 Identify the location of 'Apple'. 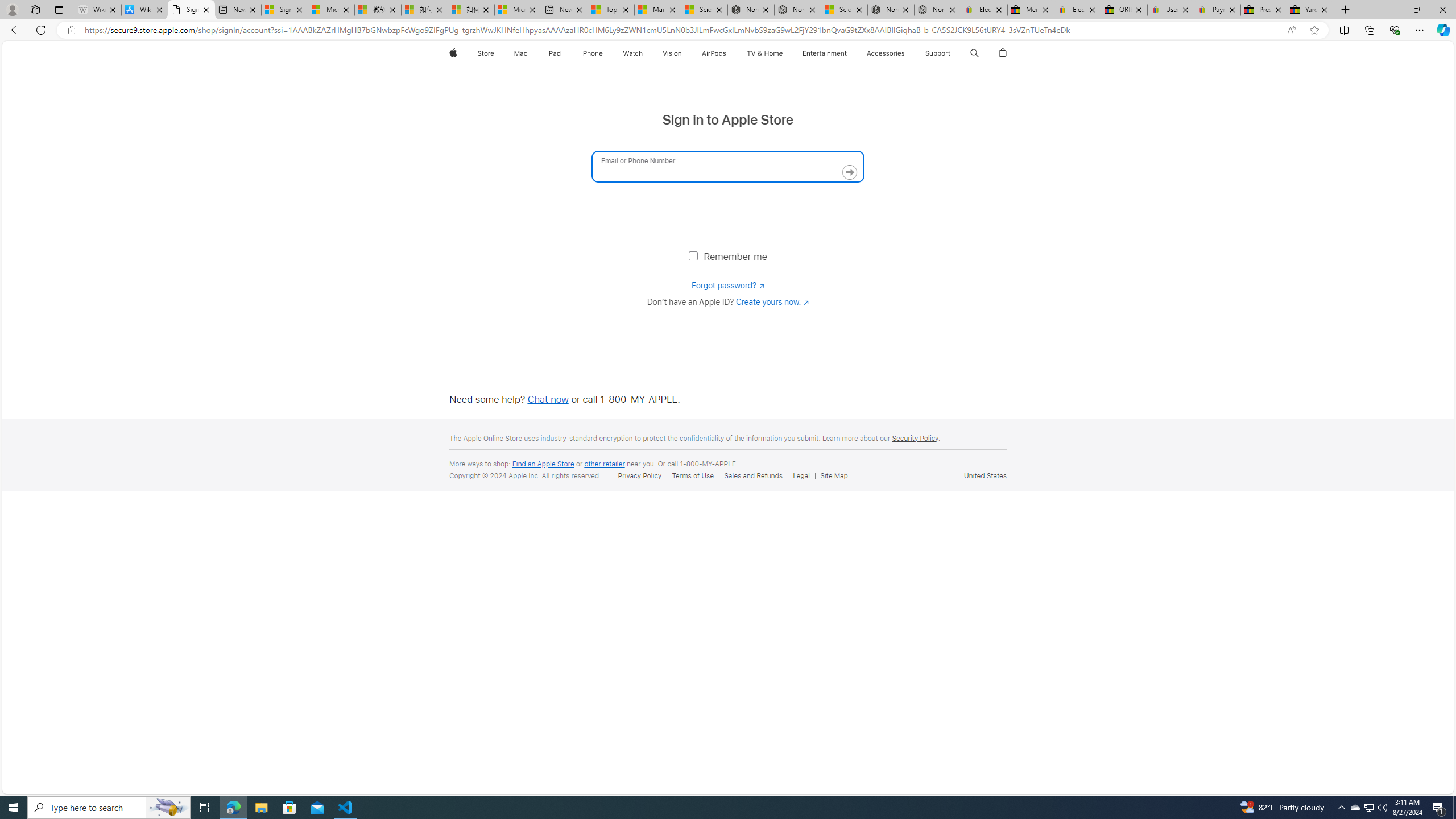
(452, 53).